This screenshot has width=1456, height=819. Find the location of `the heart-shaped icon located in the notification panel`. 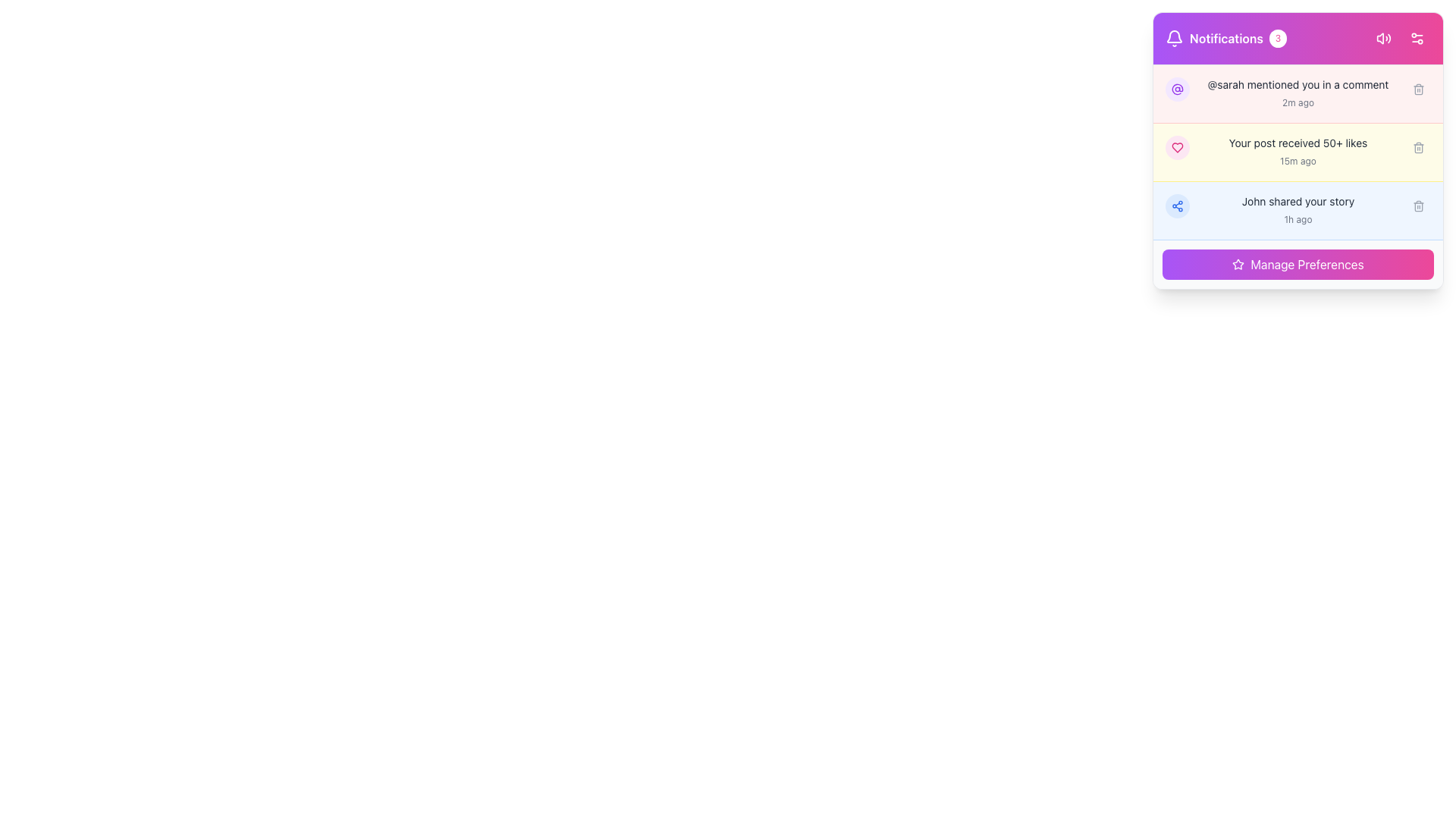

the heart-shaped icon located in the notification panel is located at coordinates (1177, 148).